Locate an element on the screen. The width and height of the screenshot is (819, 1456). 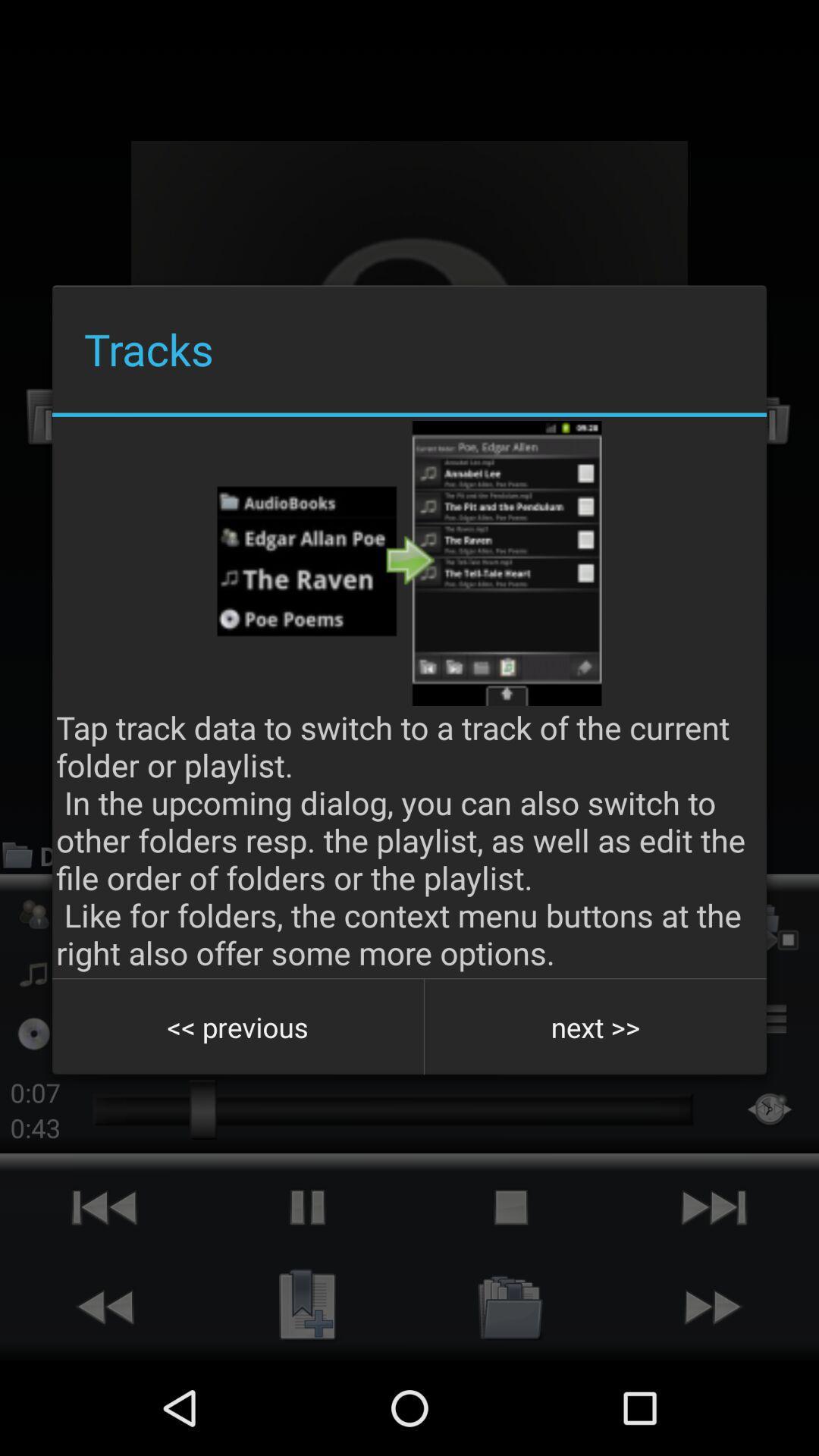
the icon below tap track data is located at coordinates (595, 1027).